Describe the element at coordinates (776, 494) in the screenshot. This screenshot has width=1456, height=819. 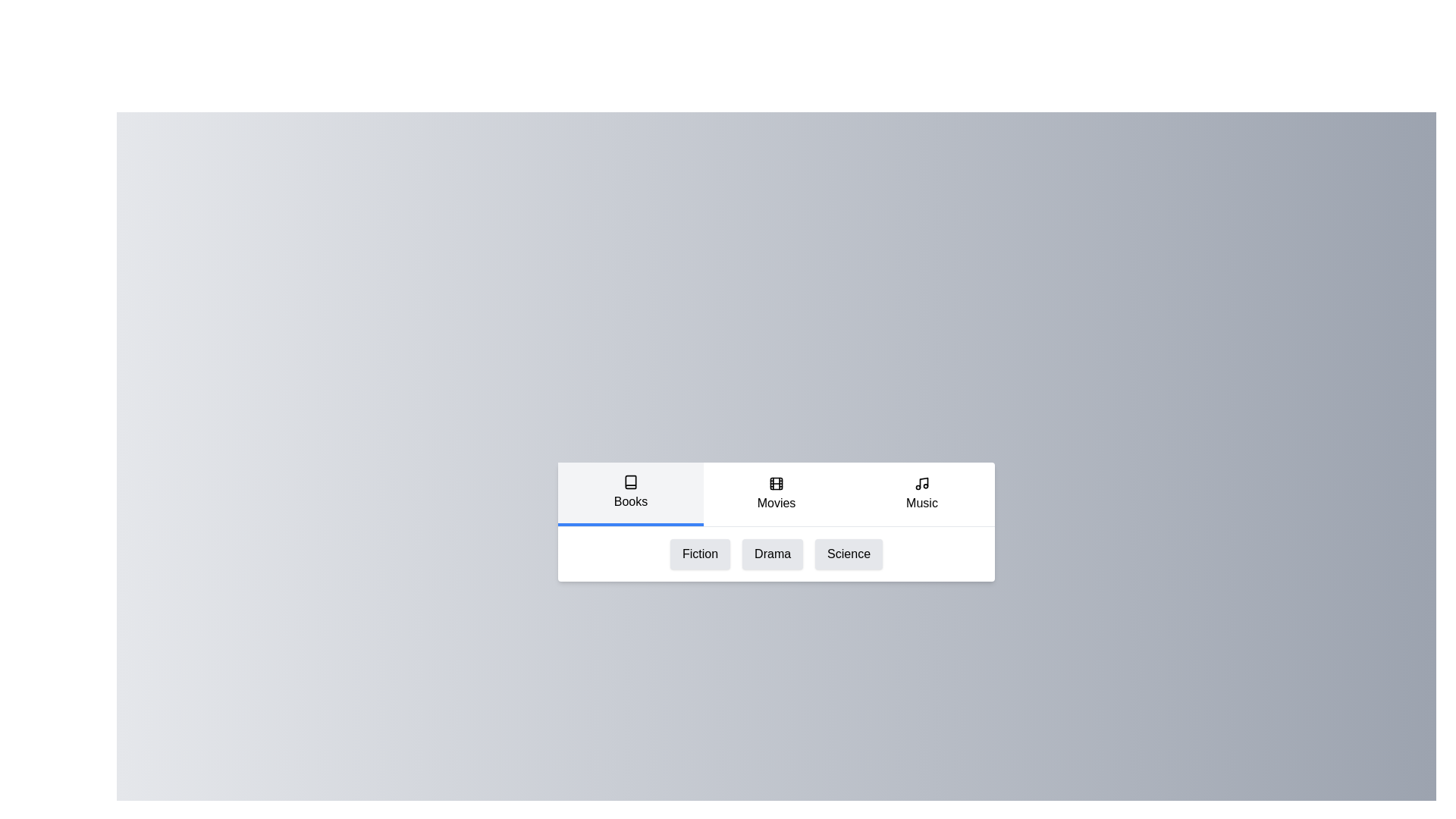
I see `the Movies tab to activate it` at that location.